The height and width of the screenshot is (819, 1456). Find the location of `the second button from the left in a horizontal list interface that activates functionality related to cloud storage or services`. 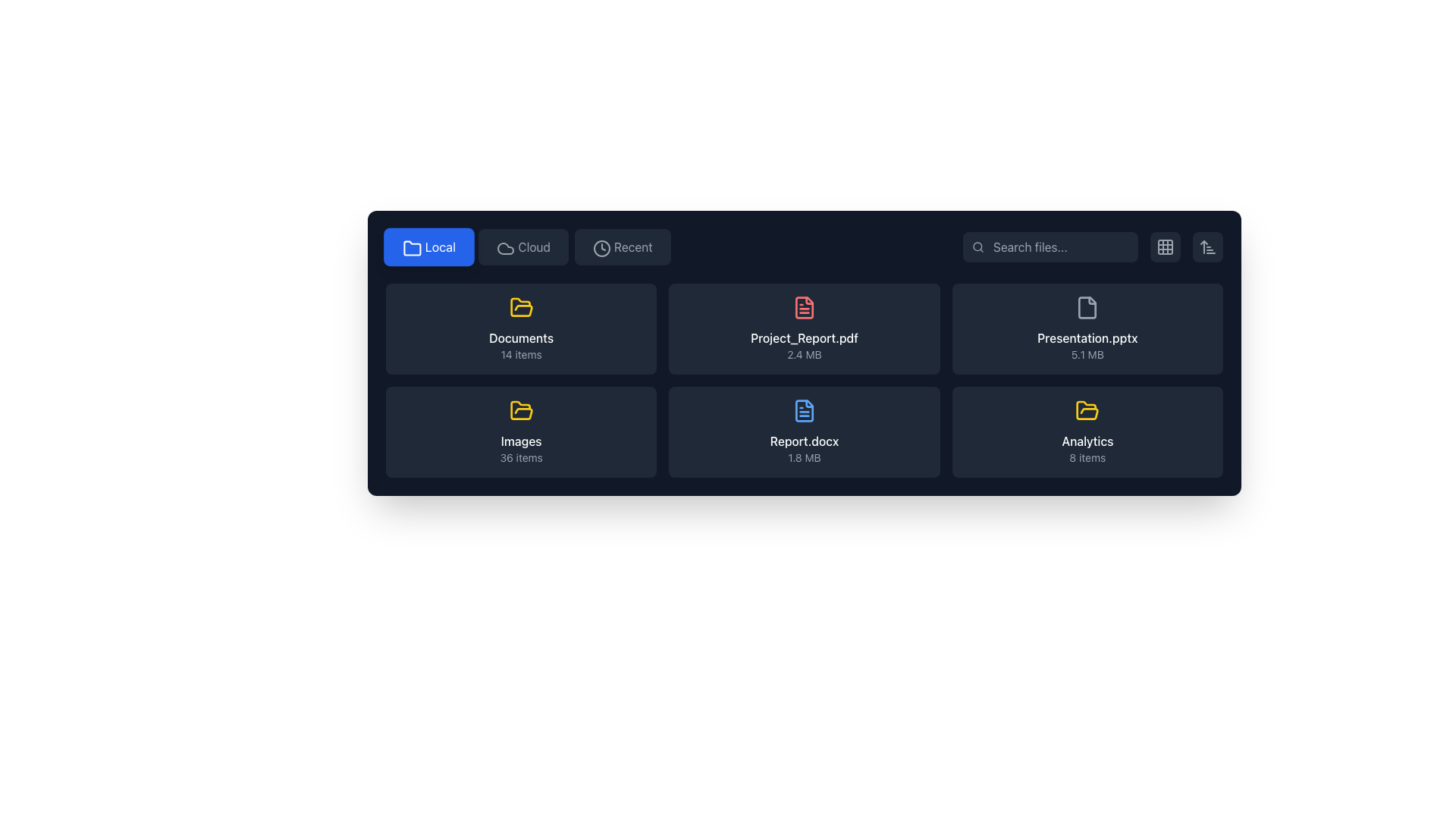

the second button from the left in a horizontal list interface that activates functionality related to cloud storage or services is located at coordinates (523, 246).